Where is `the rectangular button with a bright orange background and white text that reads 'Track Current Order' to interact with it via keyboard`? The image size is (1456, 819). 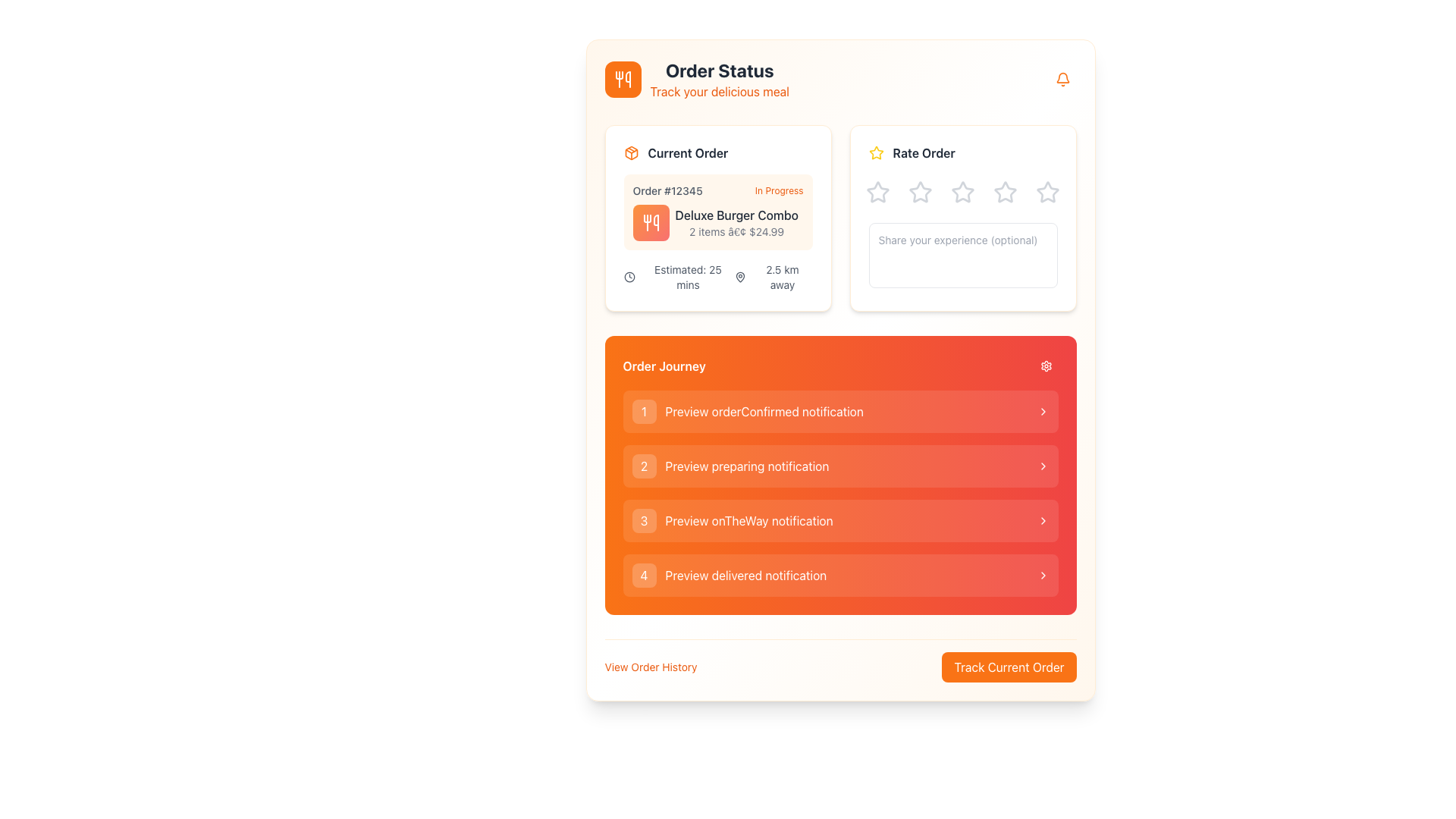 the rectangular button with a bright orange background and white text that reads 'Track Current Order' to interact with it via keyboard is located at coordinates (1009, 666).